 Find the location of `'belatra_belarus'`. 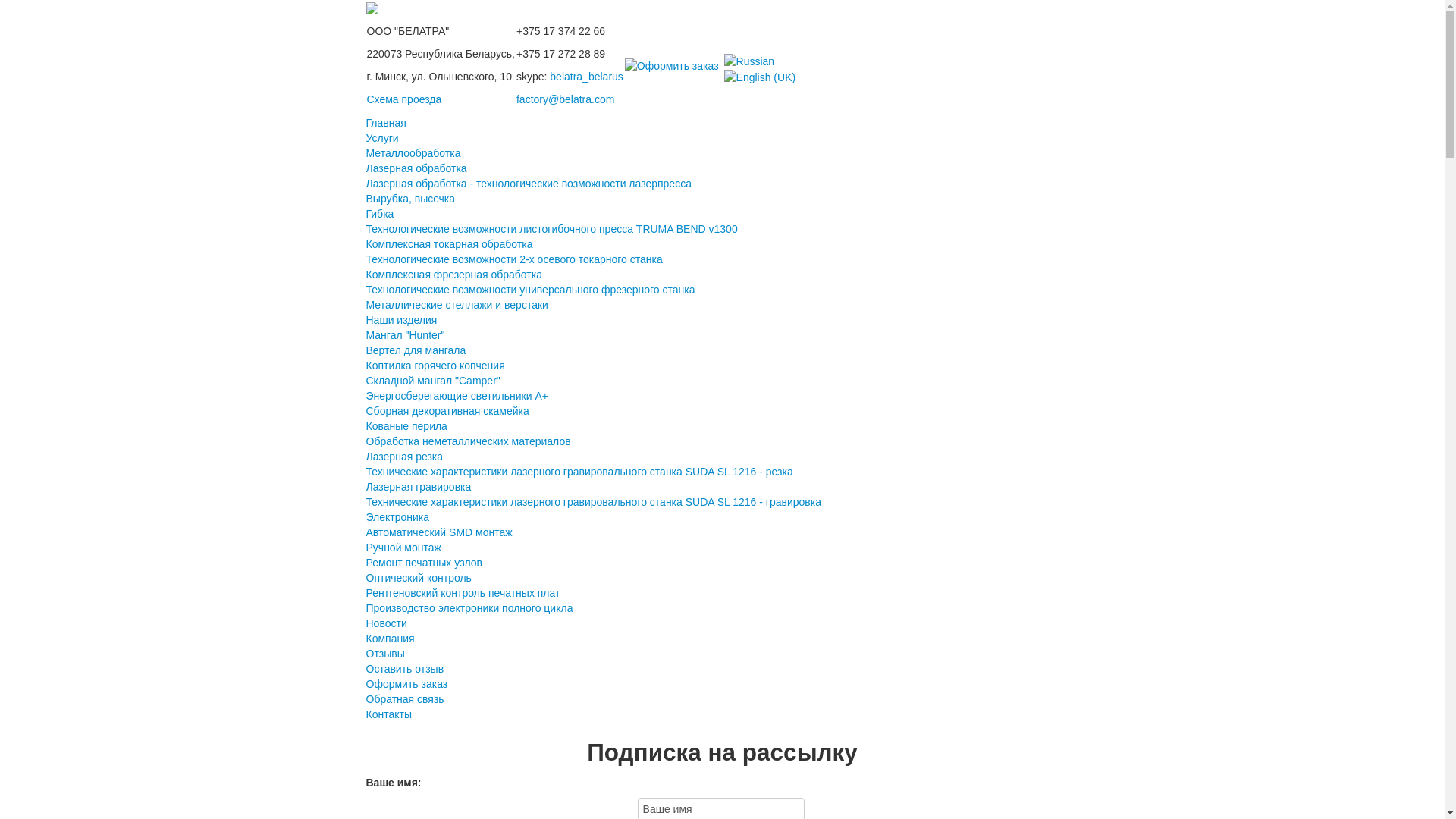

'belatra_belarus' is located at coordinates (585, 76).